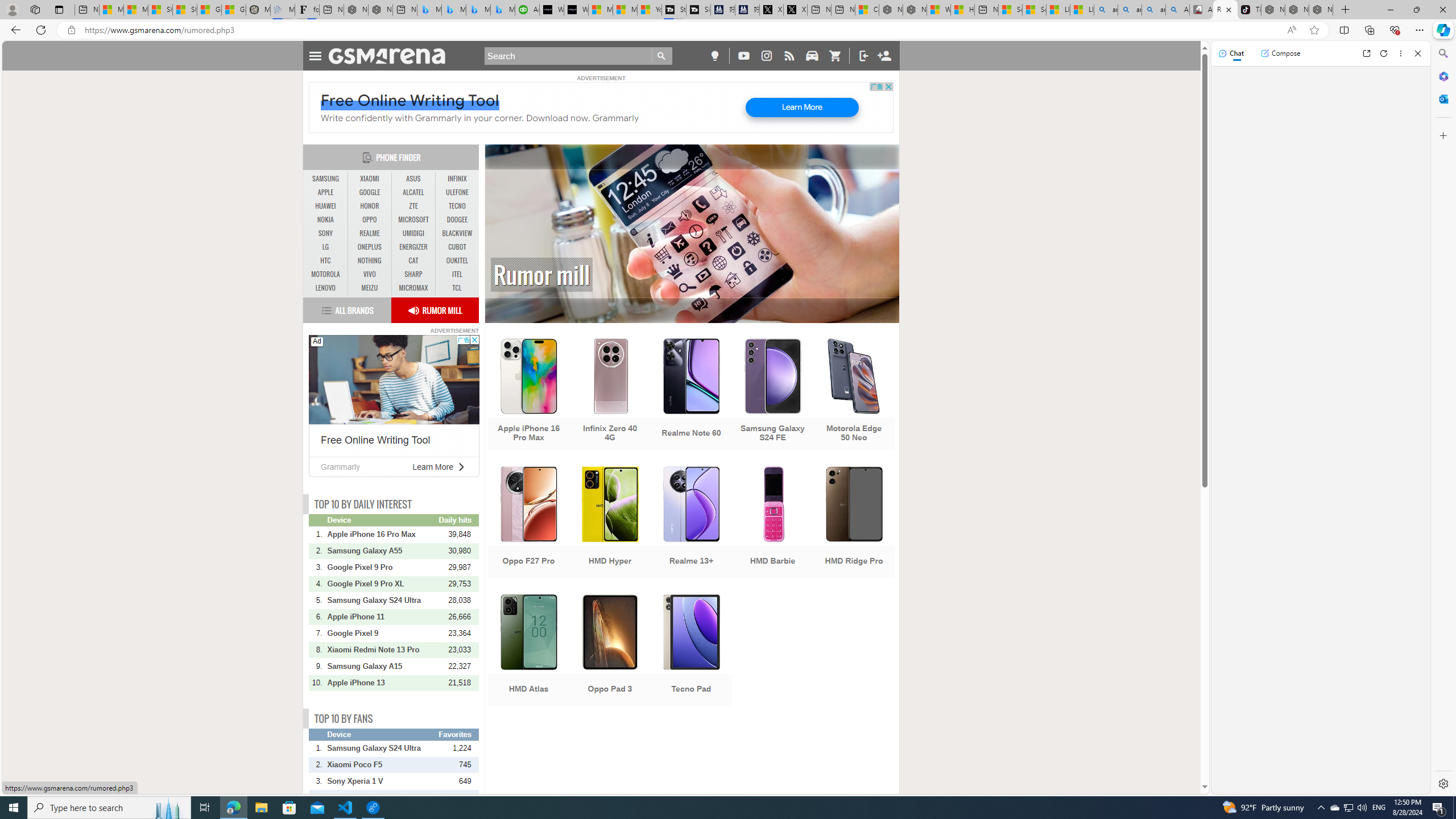 The image size is (1456, 819). I want to click on 'Settings', so click(1442, 783).